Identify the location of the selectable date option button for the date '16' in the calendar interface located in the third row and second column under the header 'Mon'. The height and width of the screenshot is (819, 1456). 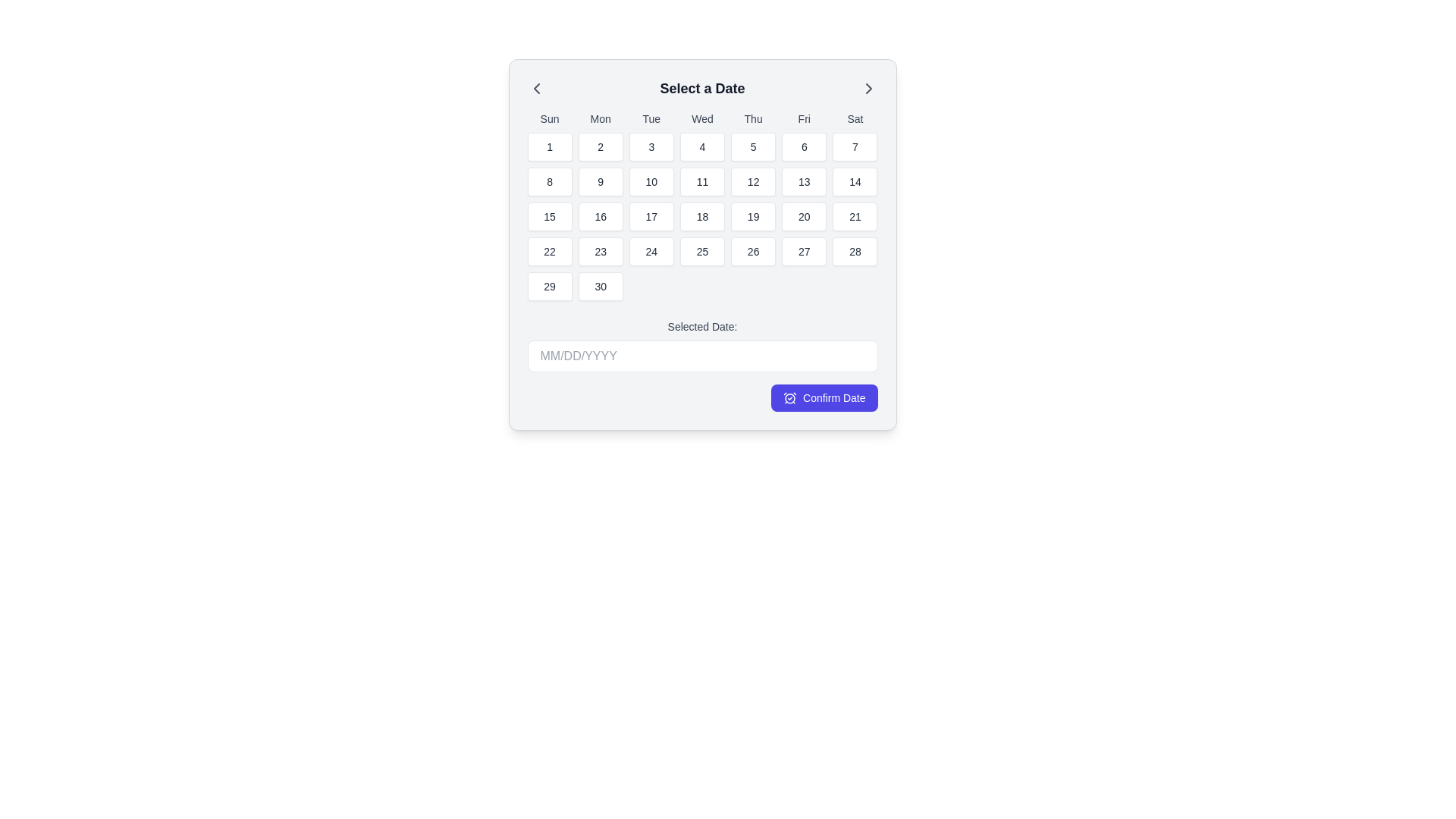
(600, 216).